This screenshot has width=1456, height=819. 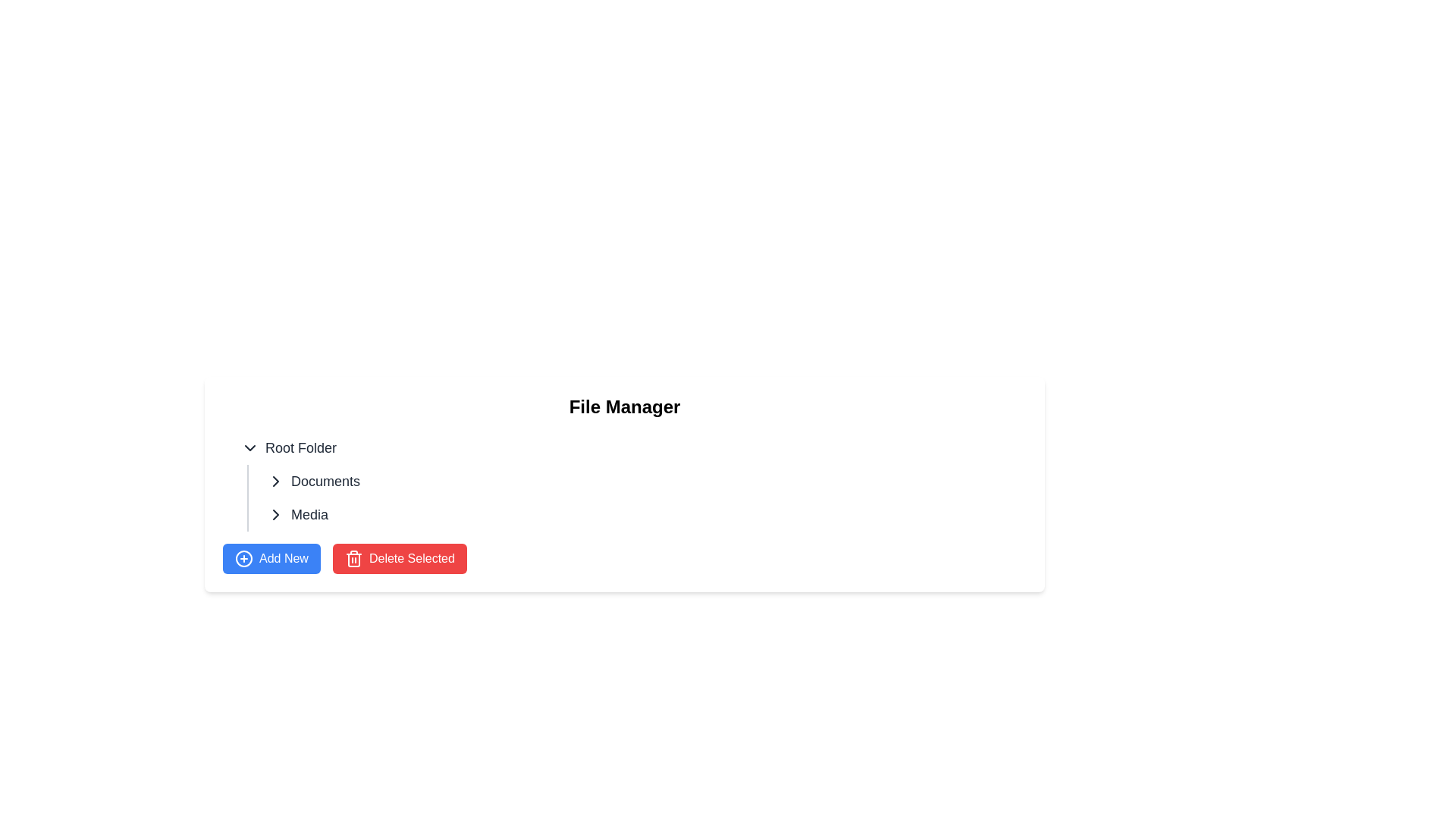 What do you see at coordinates (309, 513) in the screenshot?
I see `the 'Media' static text label` at bounding box center [309, 513].